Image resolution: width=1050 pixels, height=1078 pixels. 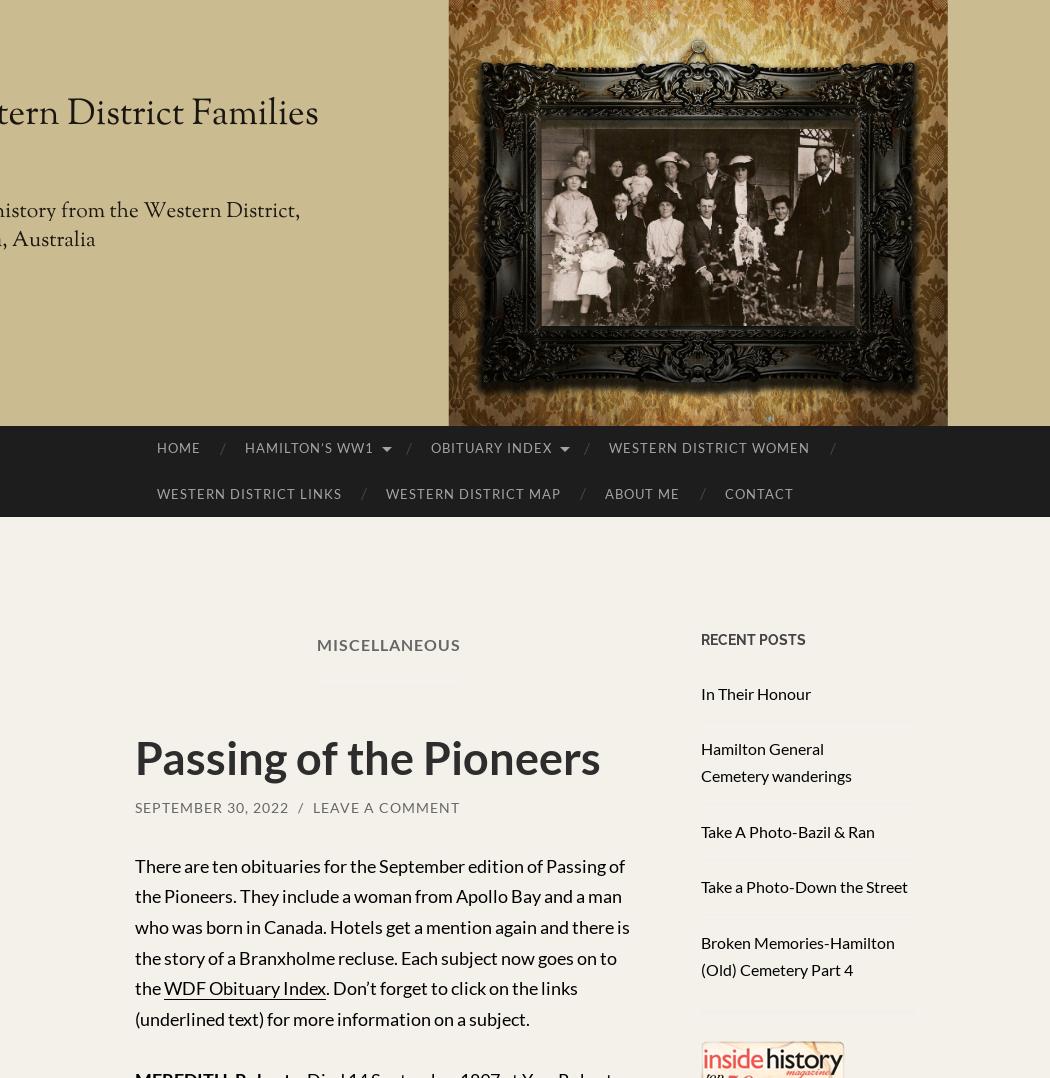 I want to click on 'Broken Memories-Hamilton (Old) Cemetery Part 4', so click(x=795, y=954).